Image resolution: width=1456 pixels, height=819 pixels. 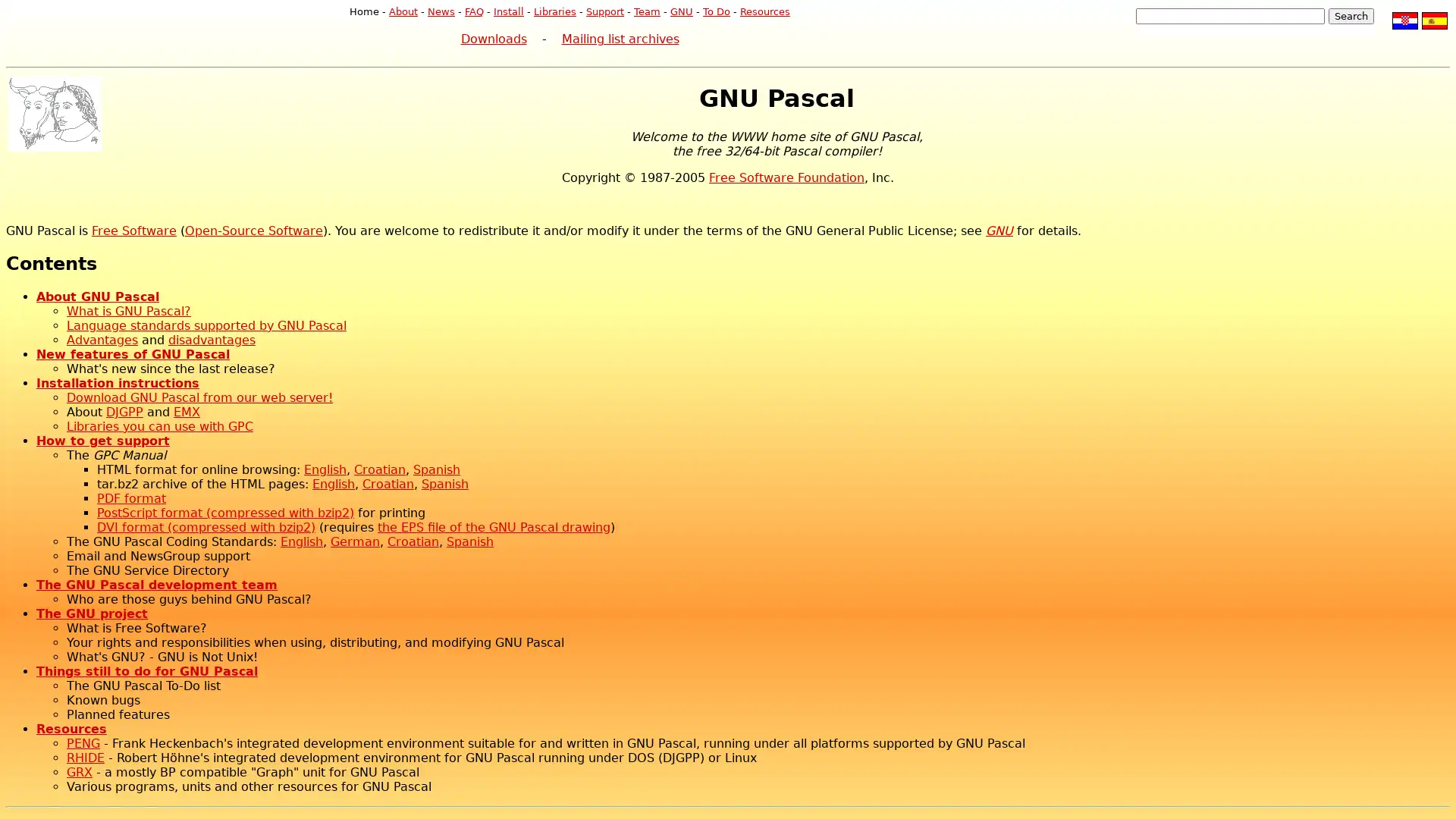 What do you see at coordinates (1351, 16) in the screenshot?
I see `Search` at bounding box center [1351, 16].